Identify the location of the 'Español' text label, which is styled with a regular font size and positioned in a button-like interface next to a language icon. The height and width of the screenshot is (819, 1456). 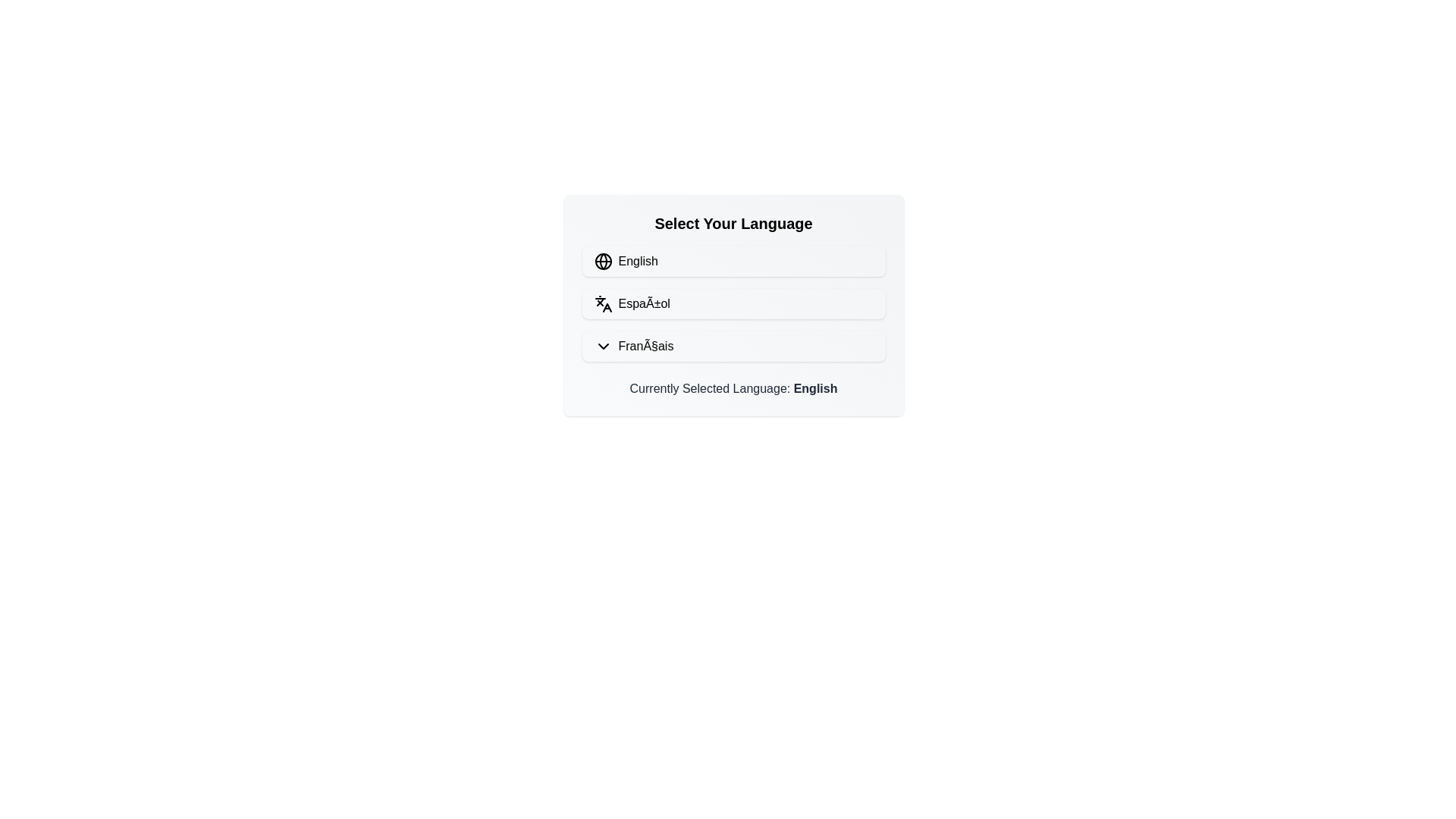
(644, 304).